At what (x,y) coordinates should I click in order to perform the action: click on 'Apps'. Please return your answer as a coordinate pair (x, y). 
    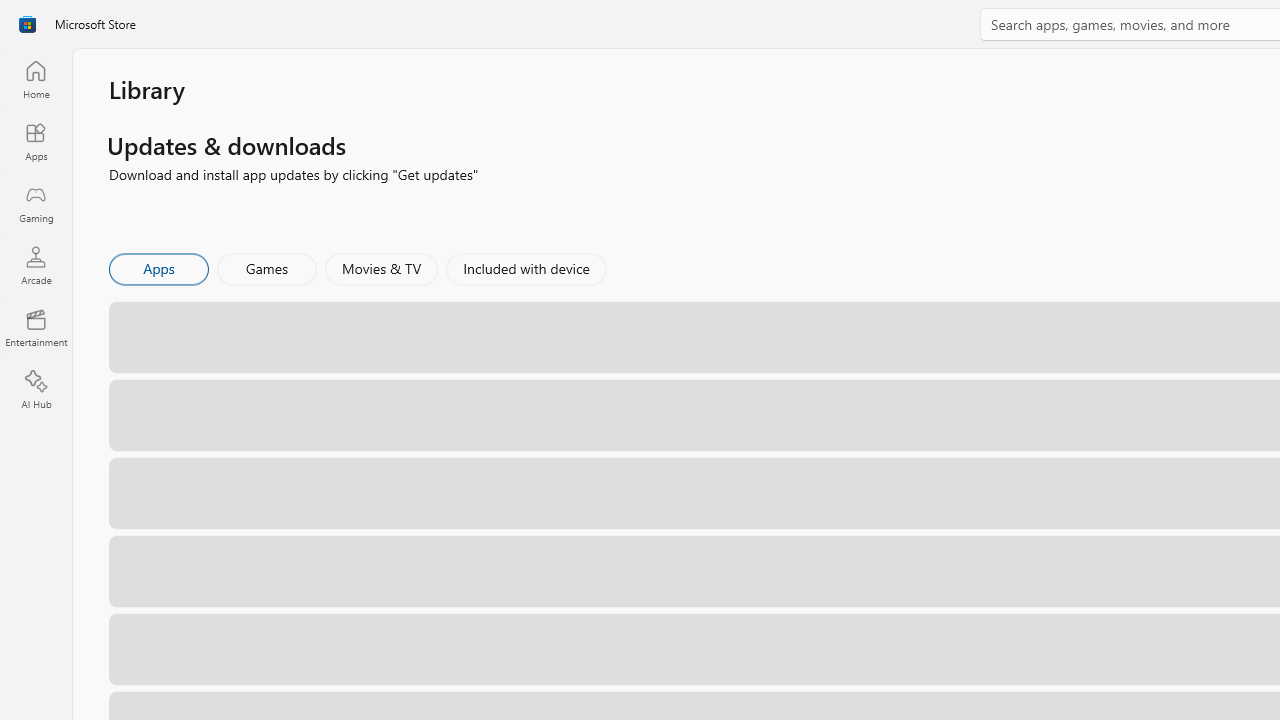
    Looking at the image, I should click on (157, 267).